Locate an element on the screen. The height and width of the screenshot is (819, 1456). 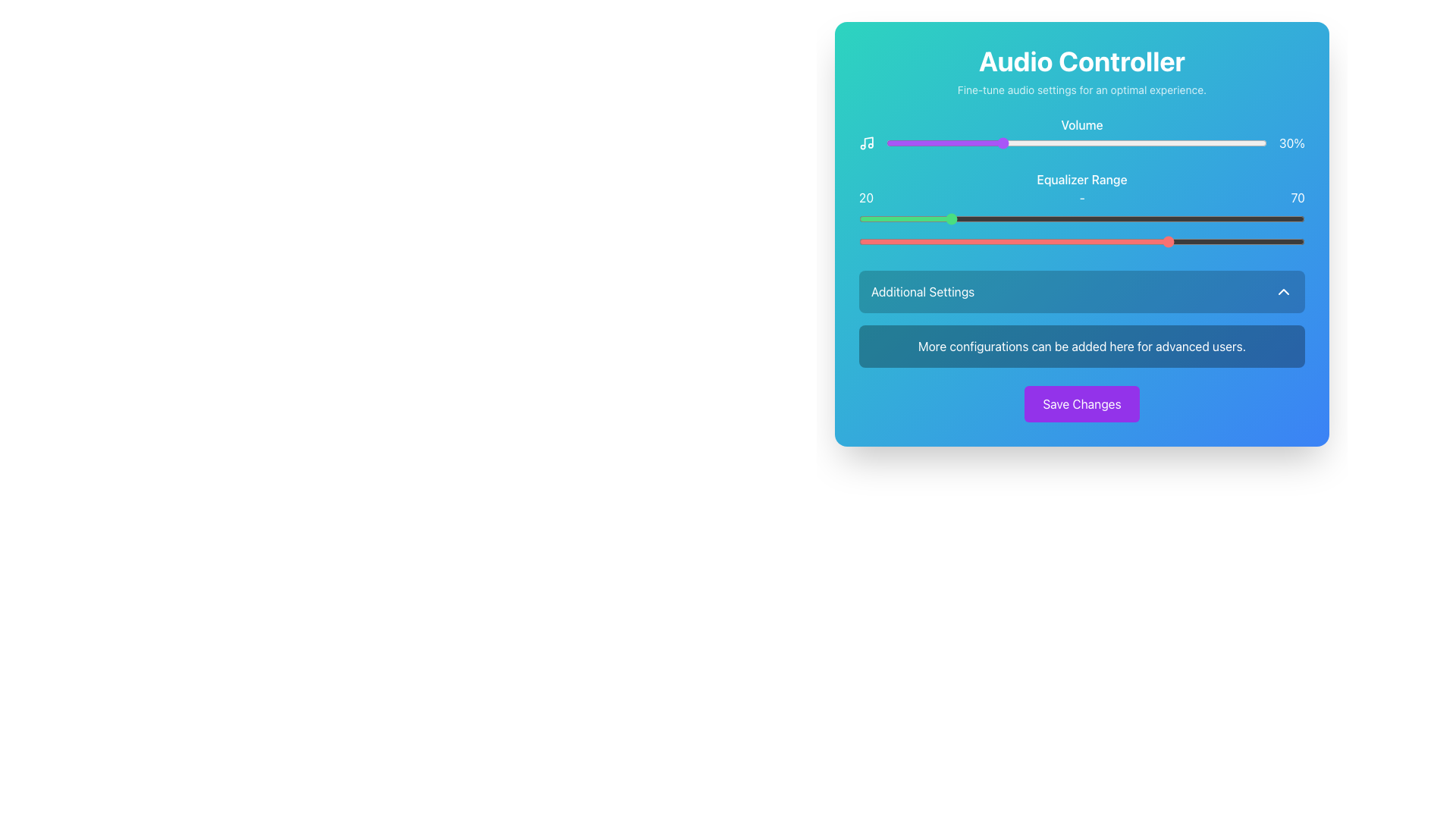
the volume slider is located at coordinates (894, 143).